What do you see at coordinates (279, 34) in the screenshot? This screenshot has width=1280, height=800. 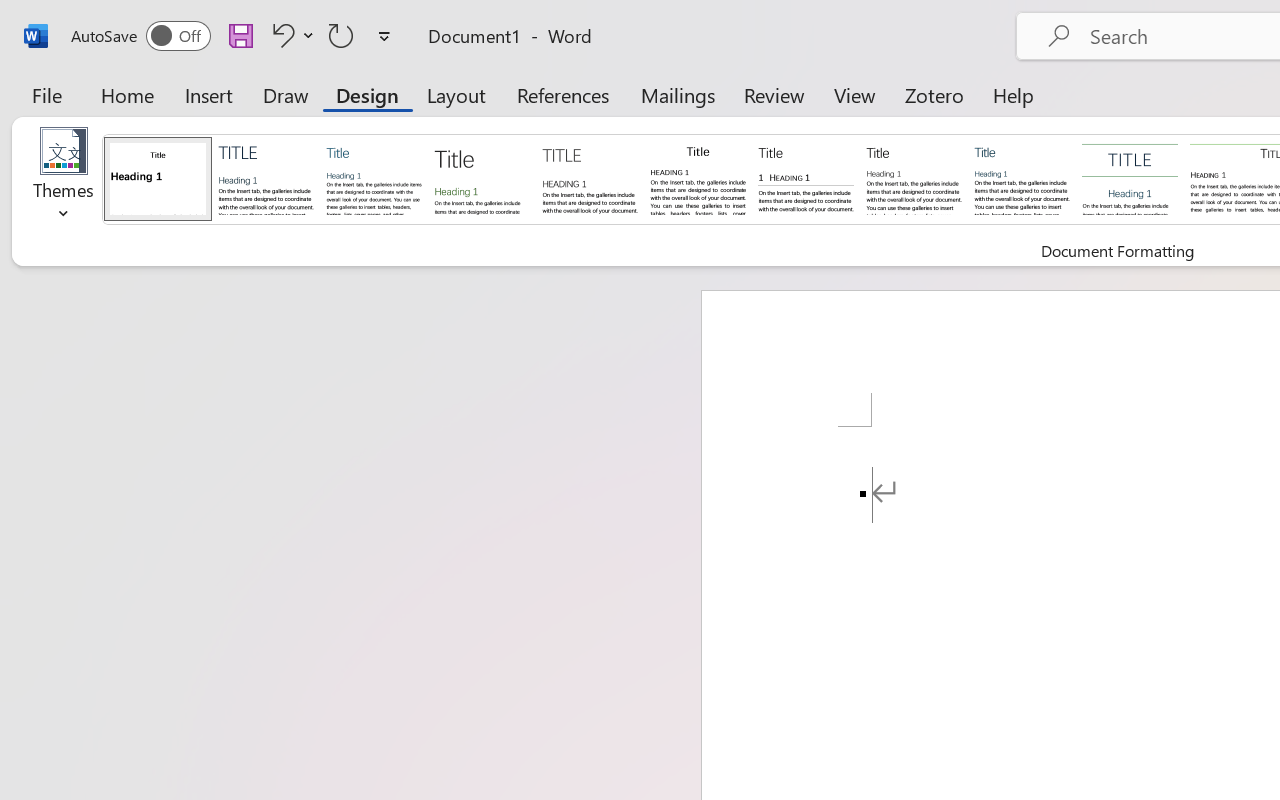 I see `'Undo Apply Quick Style'` at bounding box center [279, 34].